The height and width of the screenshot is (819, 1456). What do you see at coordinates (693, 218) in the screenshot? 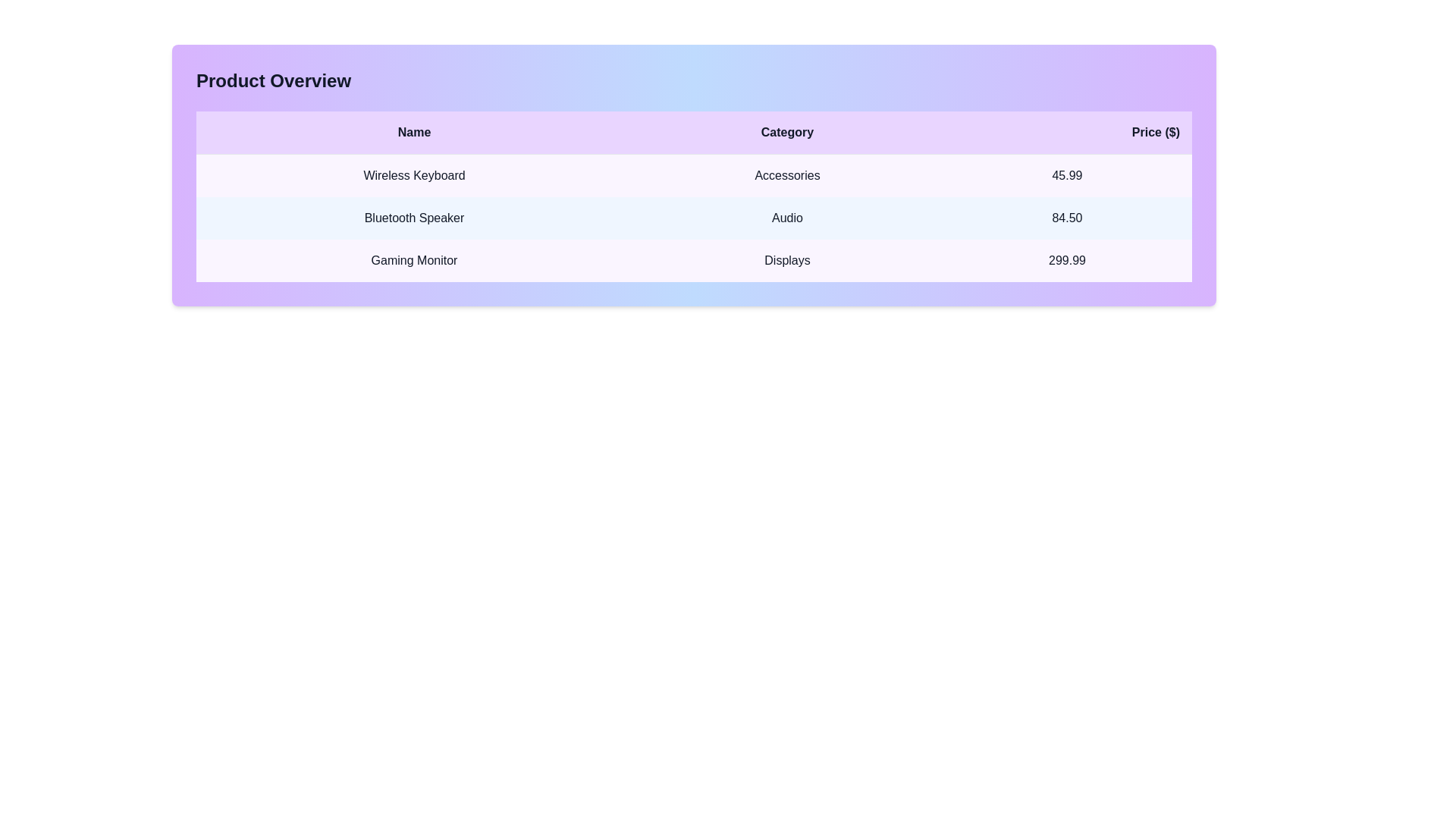
I see `the second row of the table that contains the information 'Bluetooth Speaker', 'Audio', and '84.50'` at bounding box center [693, 218].